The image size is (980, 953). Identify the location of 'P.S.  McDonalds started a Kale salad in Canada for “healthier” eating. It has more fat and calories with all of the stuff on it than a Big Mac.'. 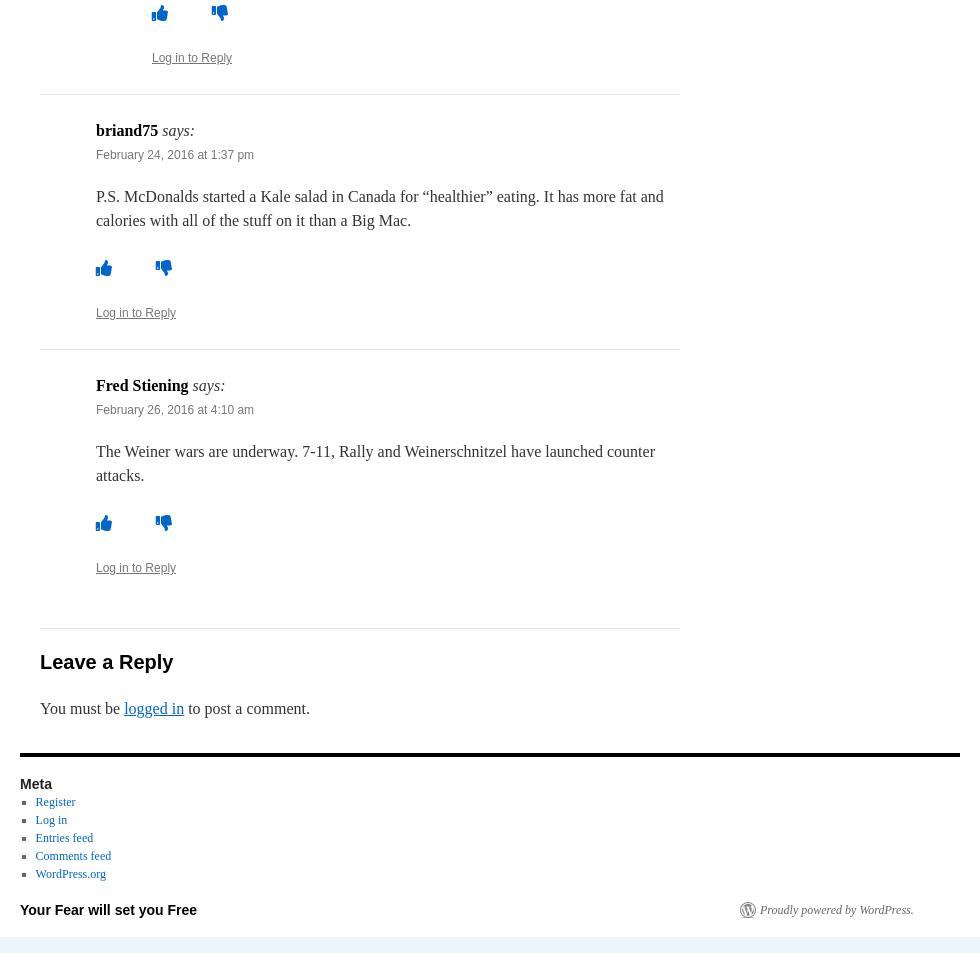
(379, 207).